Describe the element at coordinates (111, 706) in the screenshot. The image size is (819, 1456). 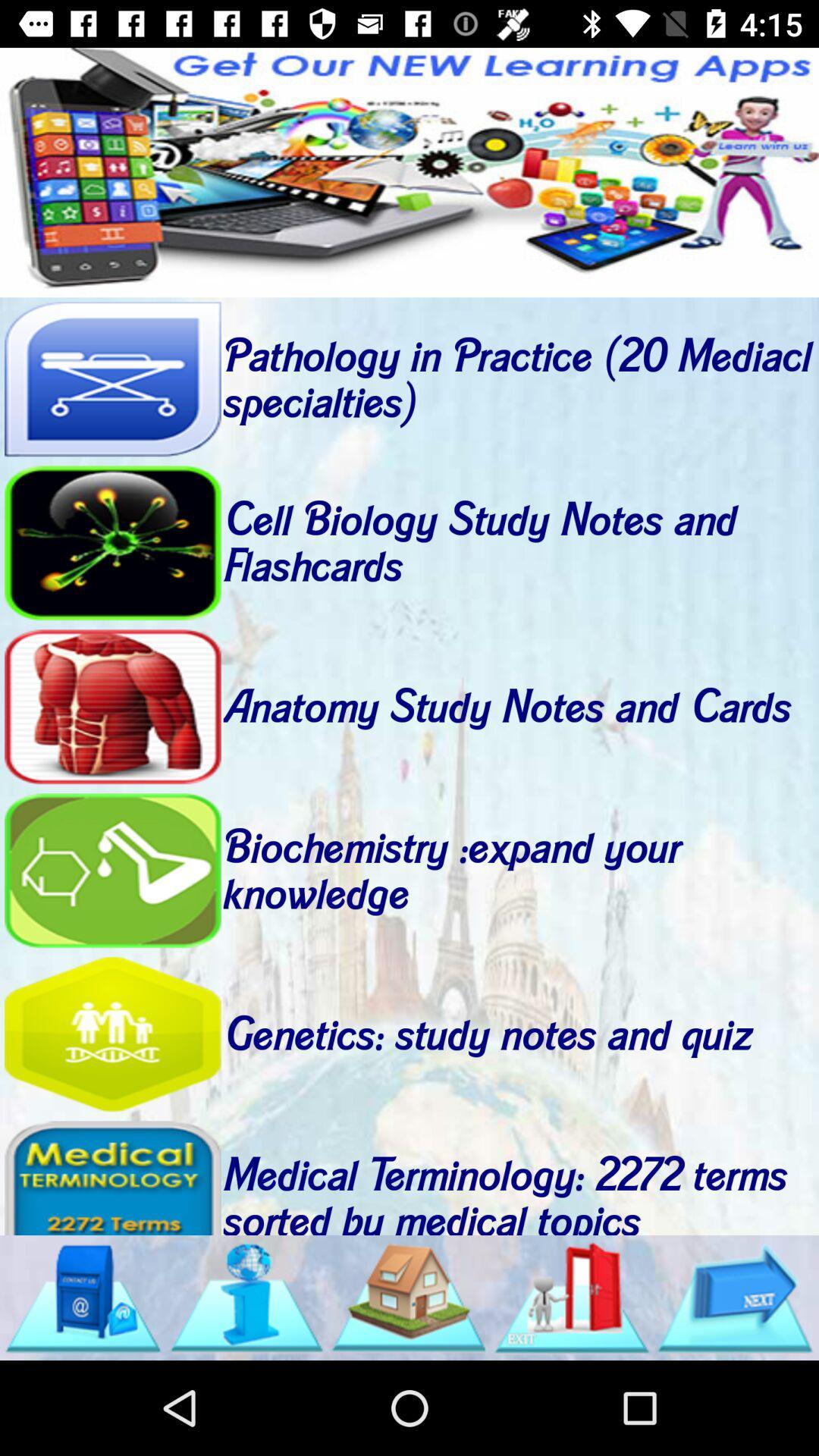
I see `anatomy study notes and cards` at that location.